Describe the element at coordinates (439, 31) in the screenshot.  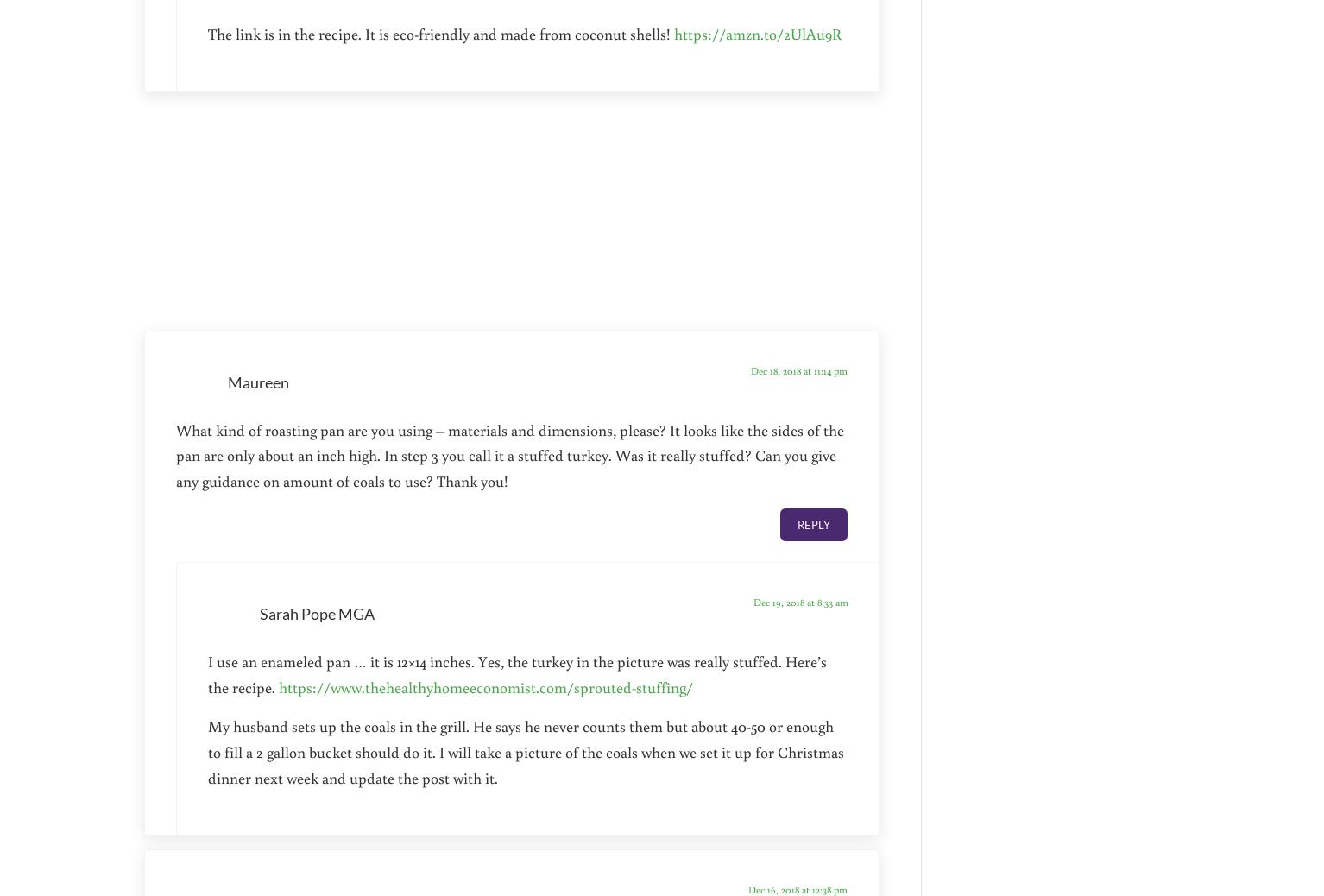
I see `'The link is in the recipe. It is eco-friendly and made from coconut shells!'` at that location.